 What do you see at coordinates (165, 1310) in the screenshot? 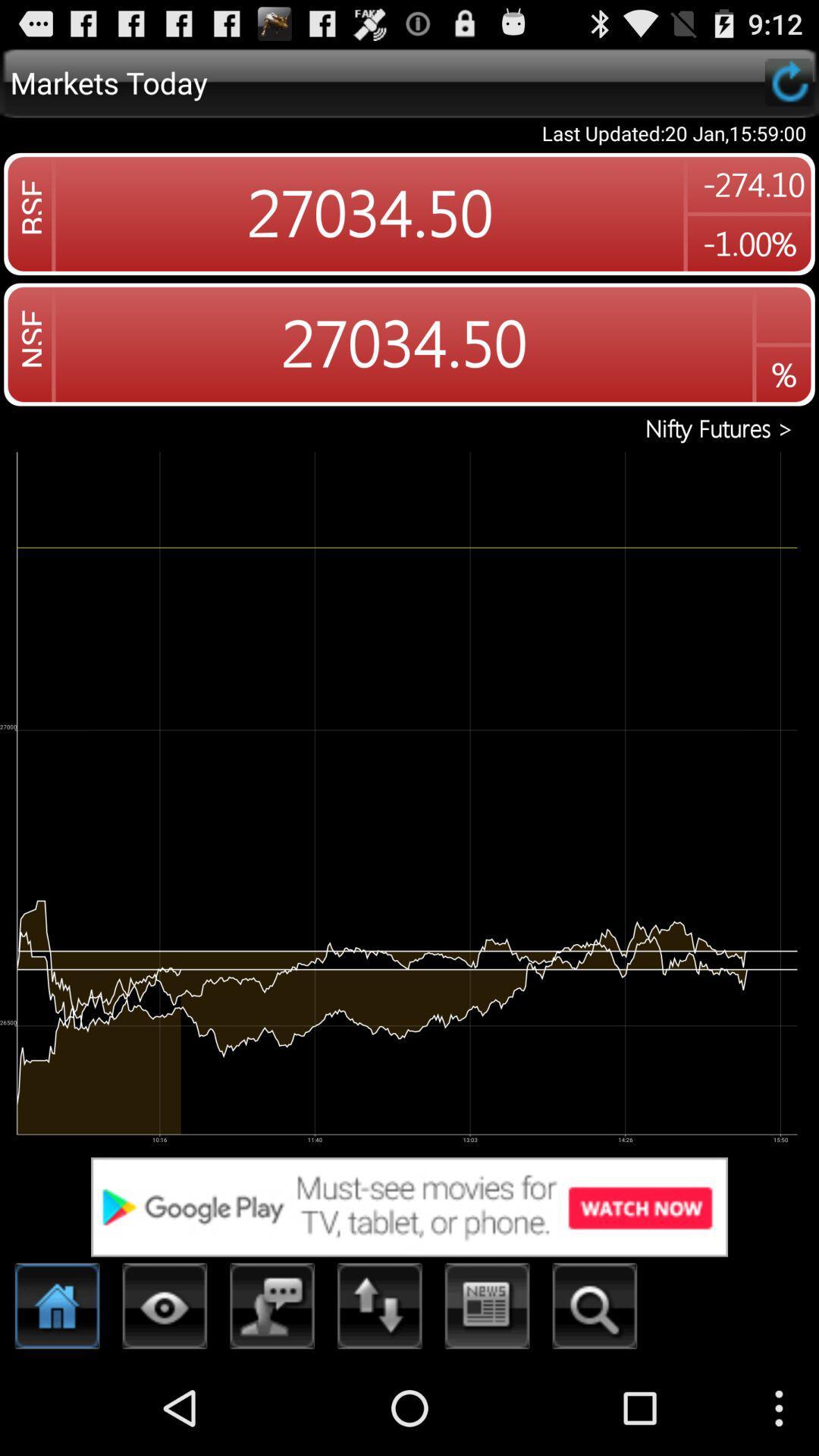
I see `more` at bounding box center [165, 1310].